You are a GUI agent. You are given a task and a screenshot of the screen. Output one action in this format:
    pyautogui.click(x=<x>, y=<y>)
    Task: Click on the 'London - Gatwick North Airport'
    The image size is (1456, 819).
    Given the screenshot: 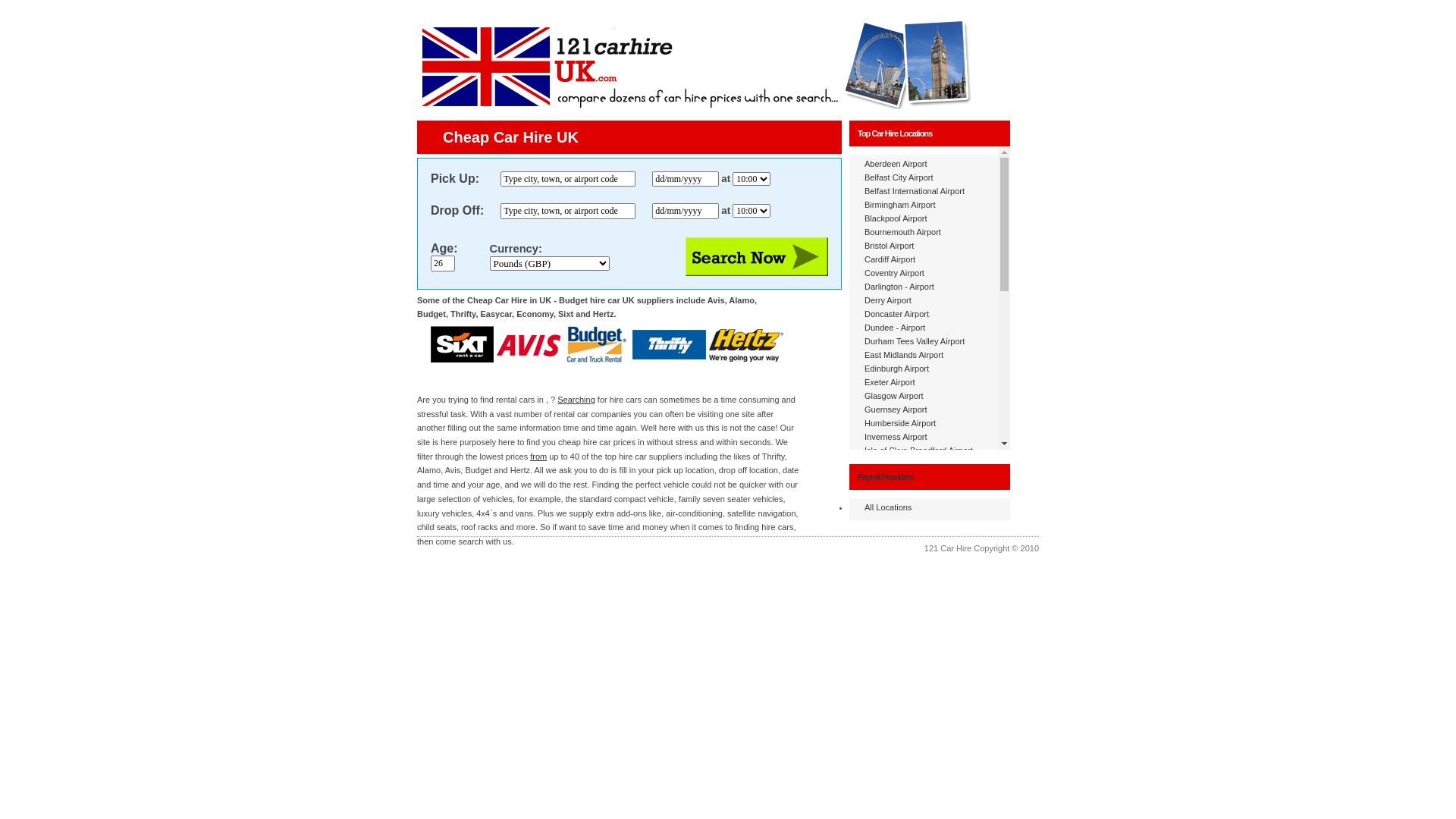 What is the action you would take?
    pyautogui.click(x=920, y=546)
    